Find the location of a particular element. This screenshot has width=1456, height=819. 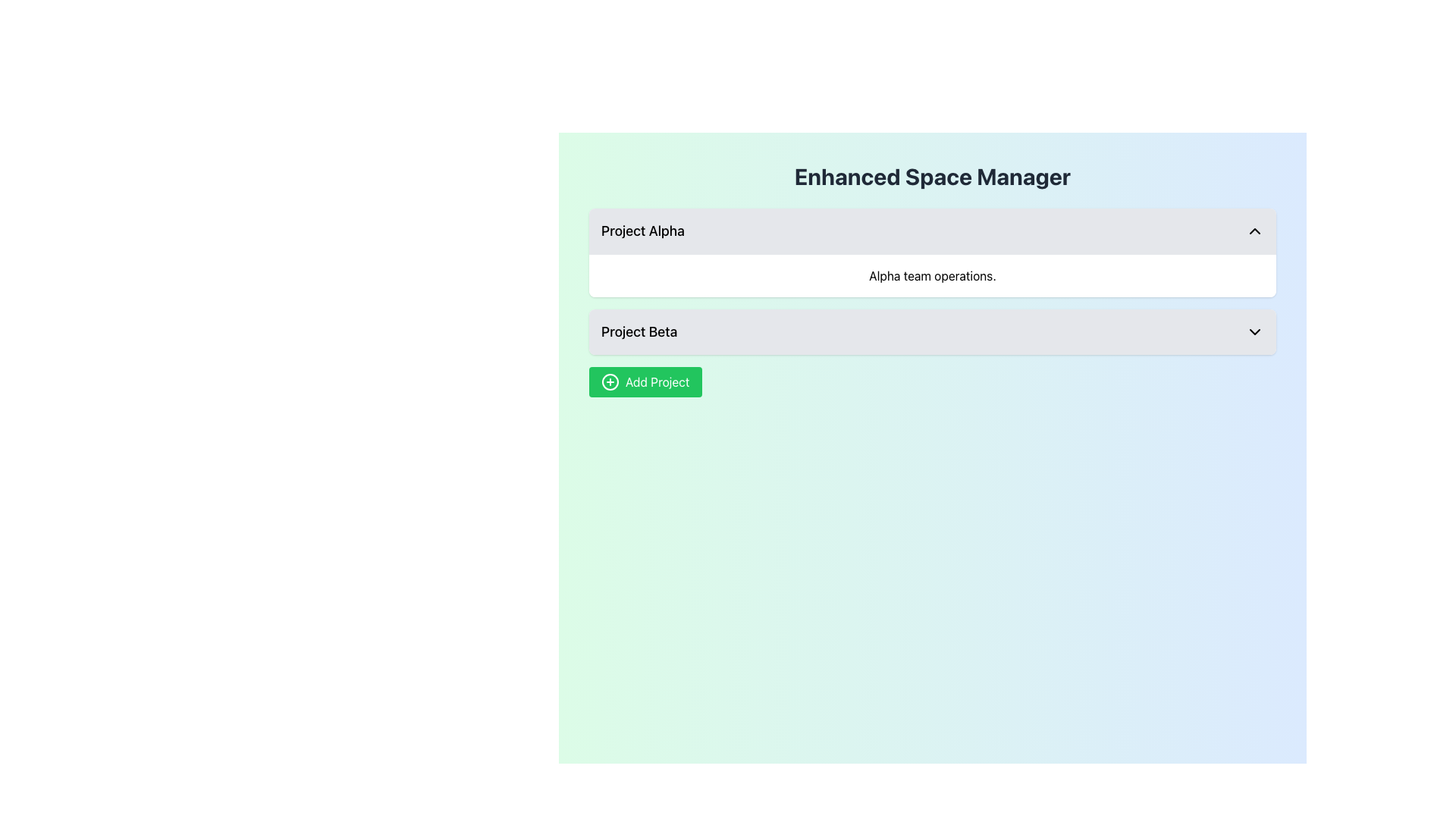

the decorative icon located on the left end of the 'Add Project' button, which visually indicates the button's functionality is located at coordinates (610, 381).